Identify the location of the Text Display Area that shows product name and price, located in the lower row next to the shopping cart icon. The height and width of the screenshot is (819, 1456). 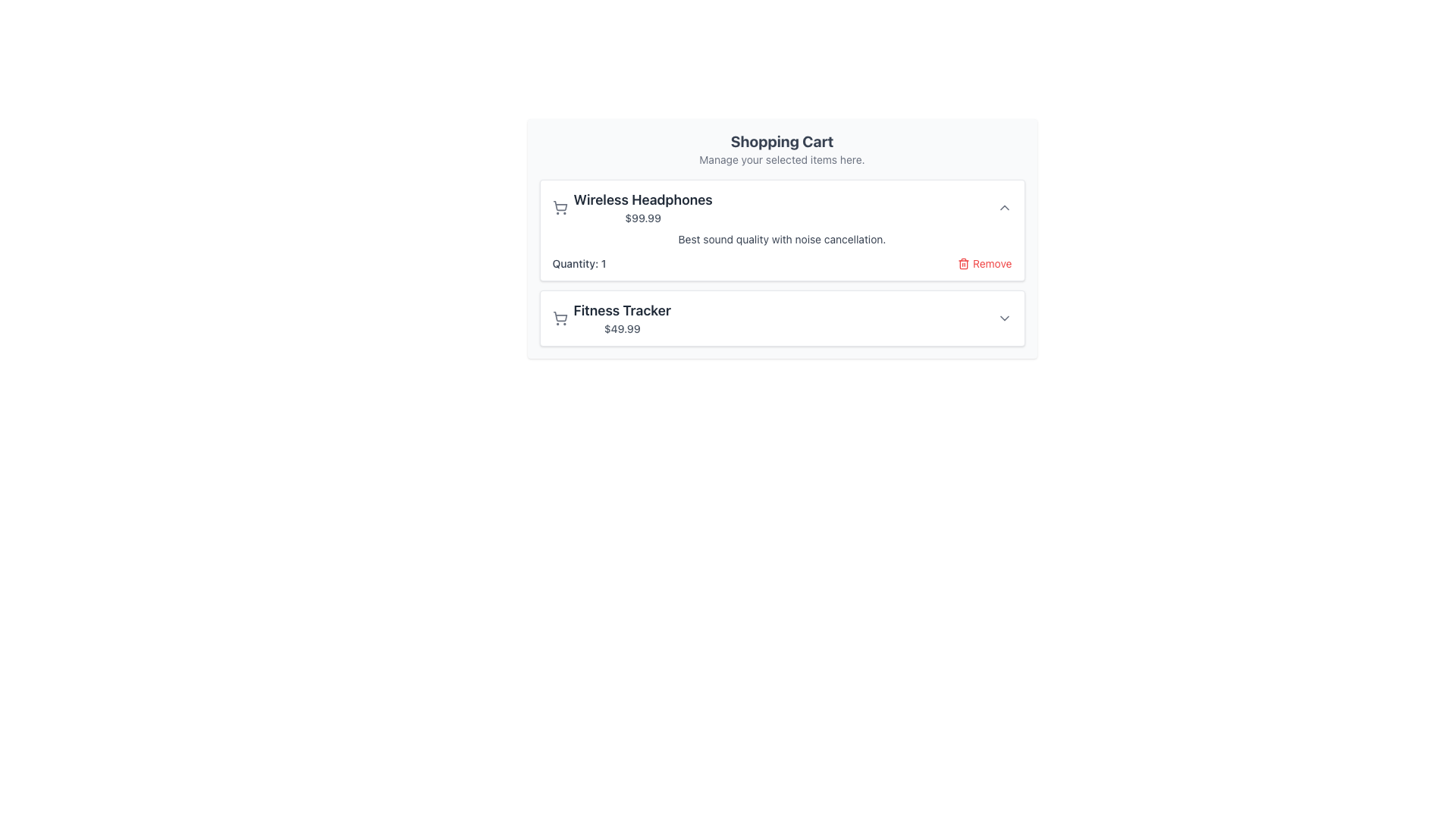
(622, 318).